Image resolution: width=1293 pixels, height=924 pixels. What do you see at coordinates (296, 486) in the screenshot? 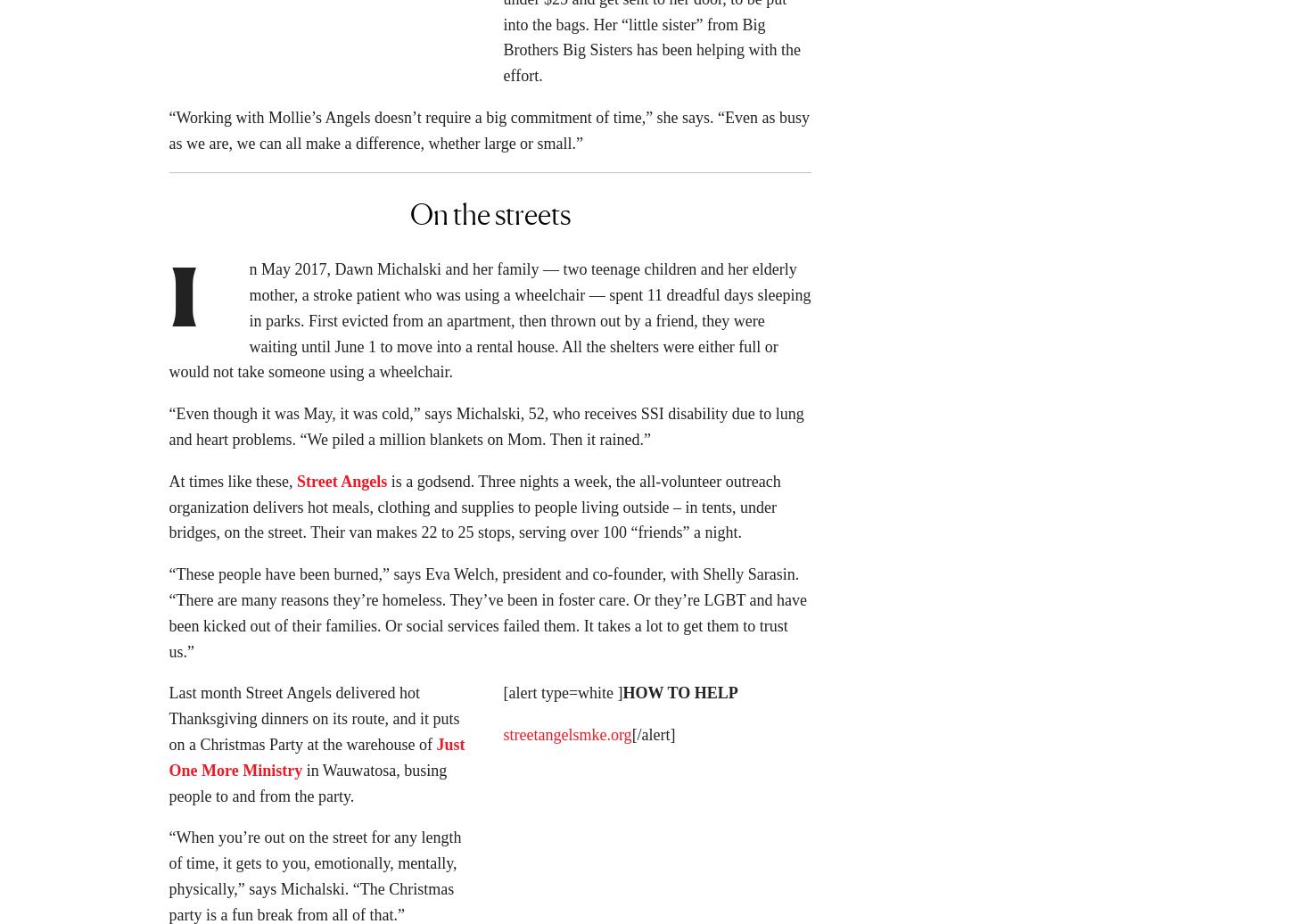
I see `'Street Angels'` at bounding box center [296, 486].